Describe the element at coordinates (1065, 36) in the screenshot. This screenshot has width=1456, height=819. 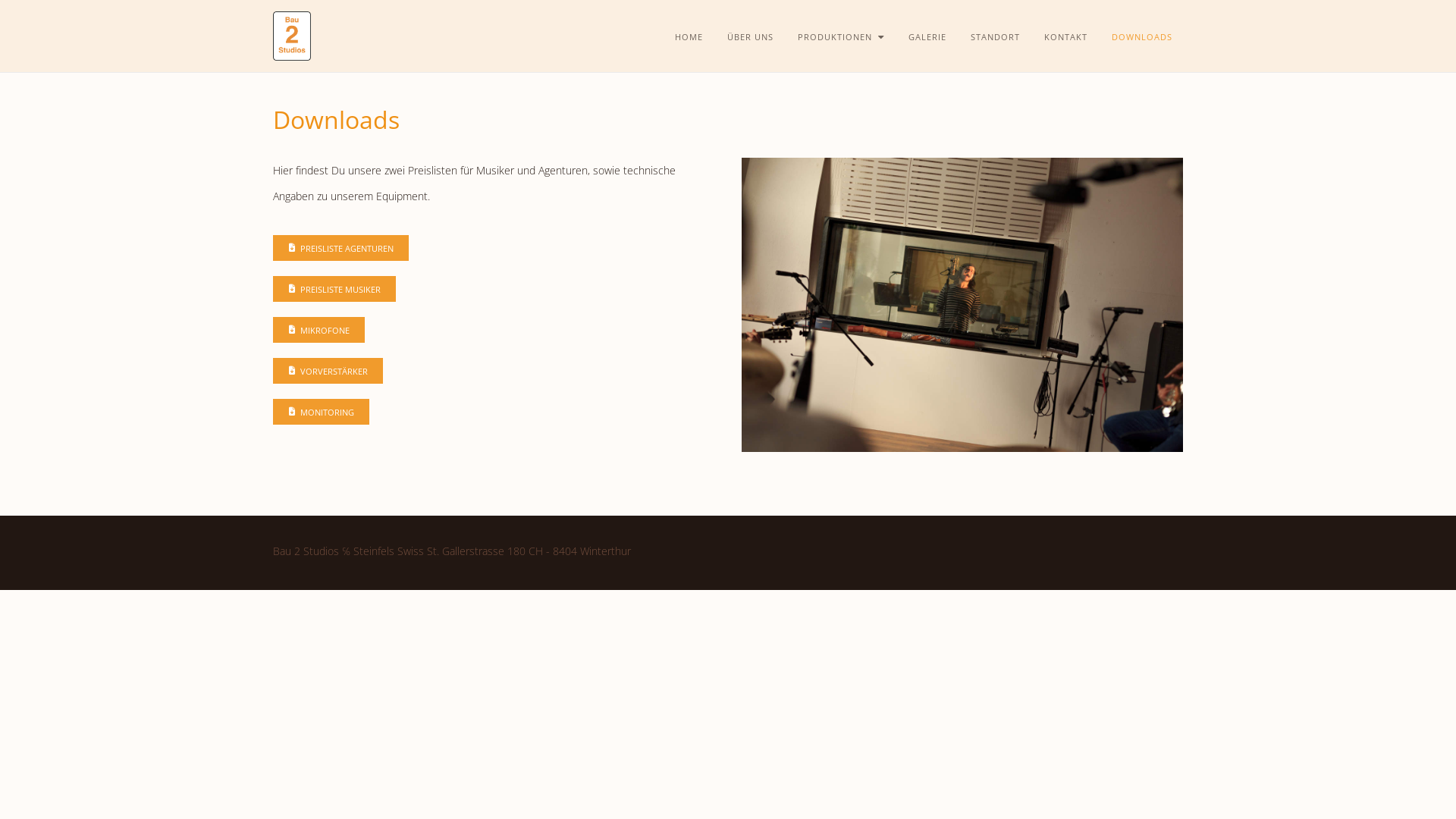
I see `'KONTAKT'` at that location.